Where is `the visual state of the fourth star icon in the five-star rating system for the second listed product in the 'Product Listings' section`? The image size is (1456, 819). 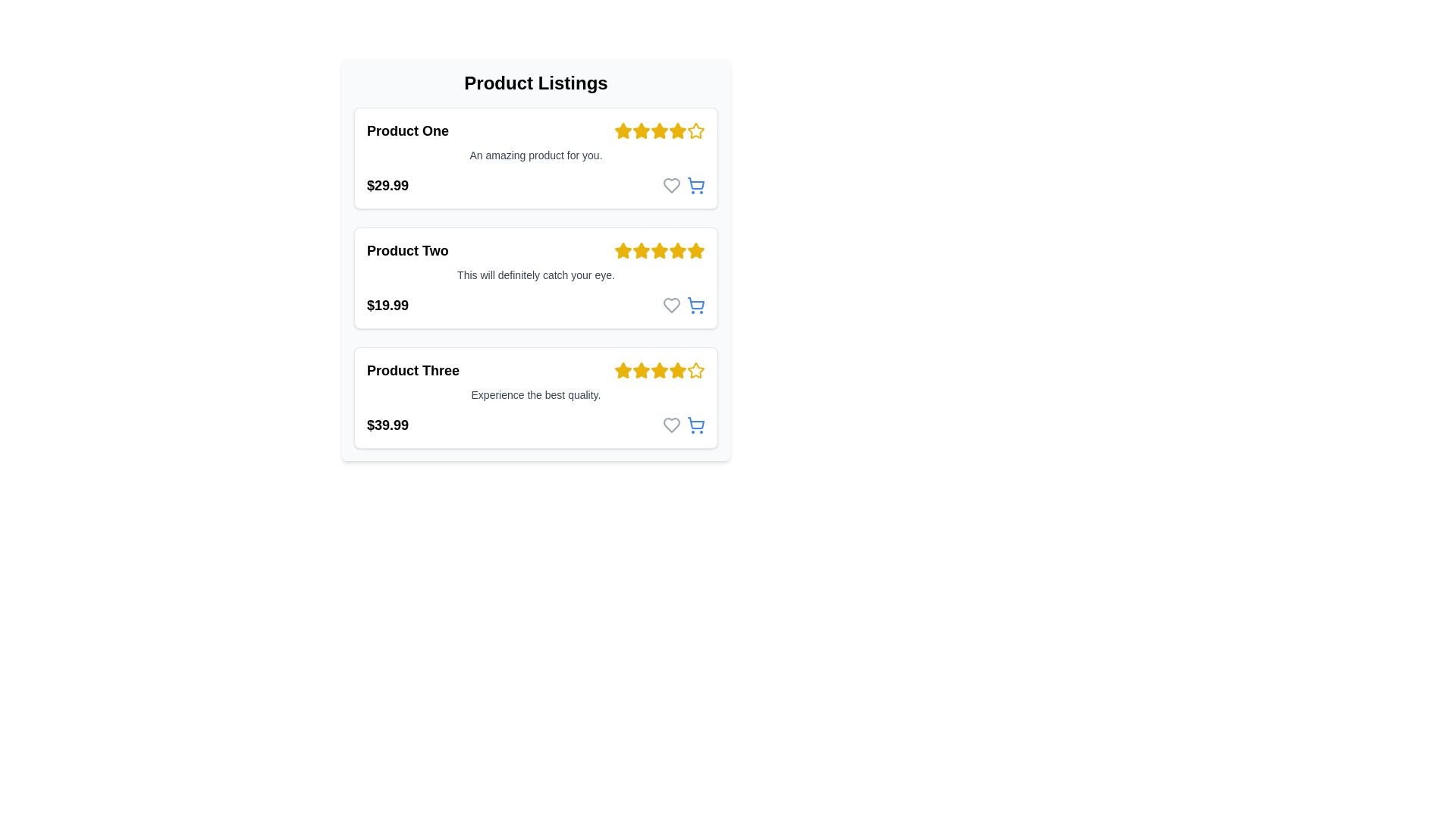 the visual state of the fourth star icon in the five-star rating system for the second listed product in the 'Product Listings' section is located at coordinates (623, 249).